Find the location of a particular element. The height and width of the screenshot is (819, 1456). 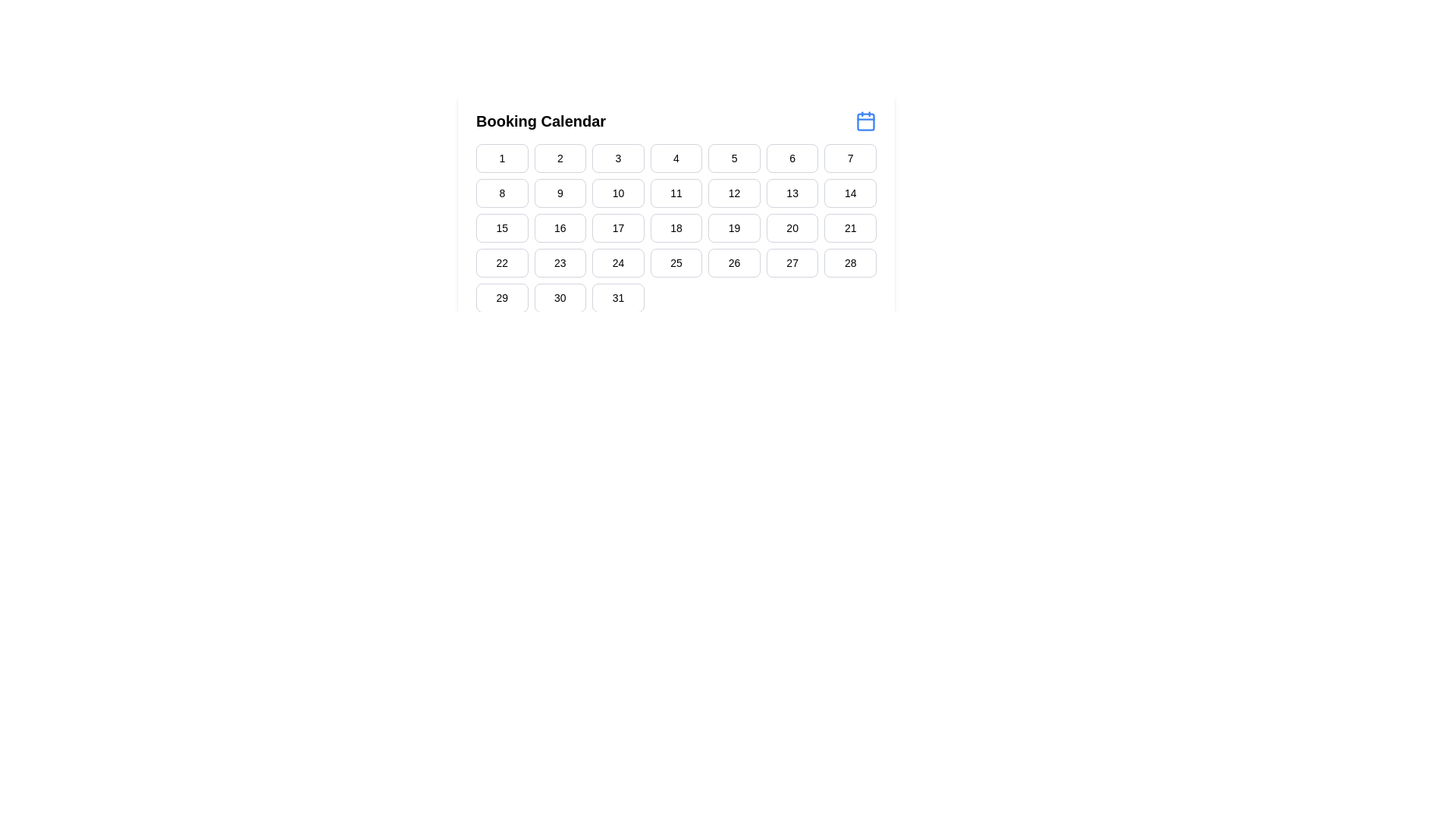

the button displaying the number '12', which is a rectangular button with rounded corners, from its current position is located at coordinates (734, 192).